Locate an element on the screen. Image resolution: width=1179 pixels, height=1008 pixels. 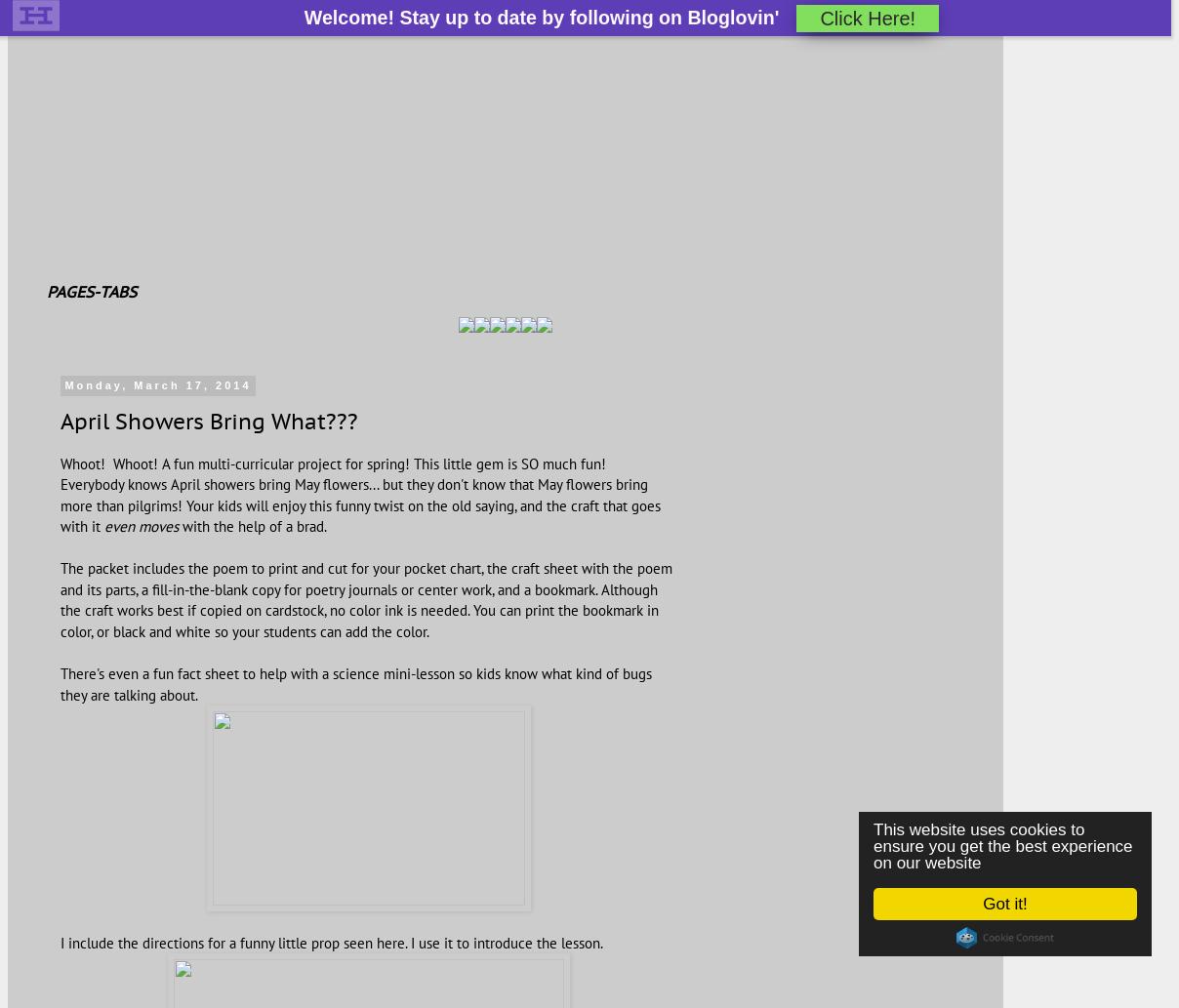
'April Showers Bring What???' is located at coordinates (209, 420).